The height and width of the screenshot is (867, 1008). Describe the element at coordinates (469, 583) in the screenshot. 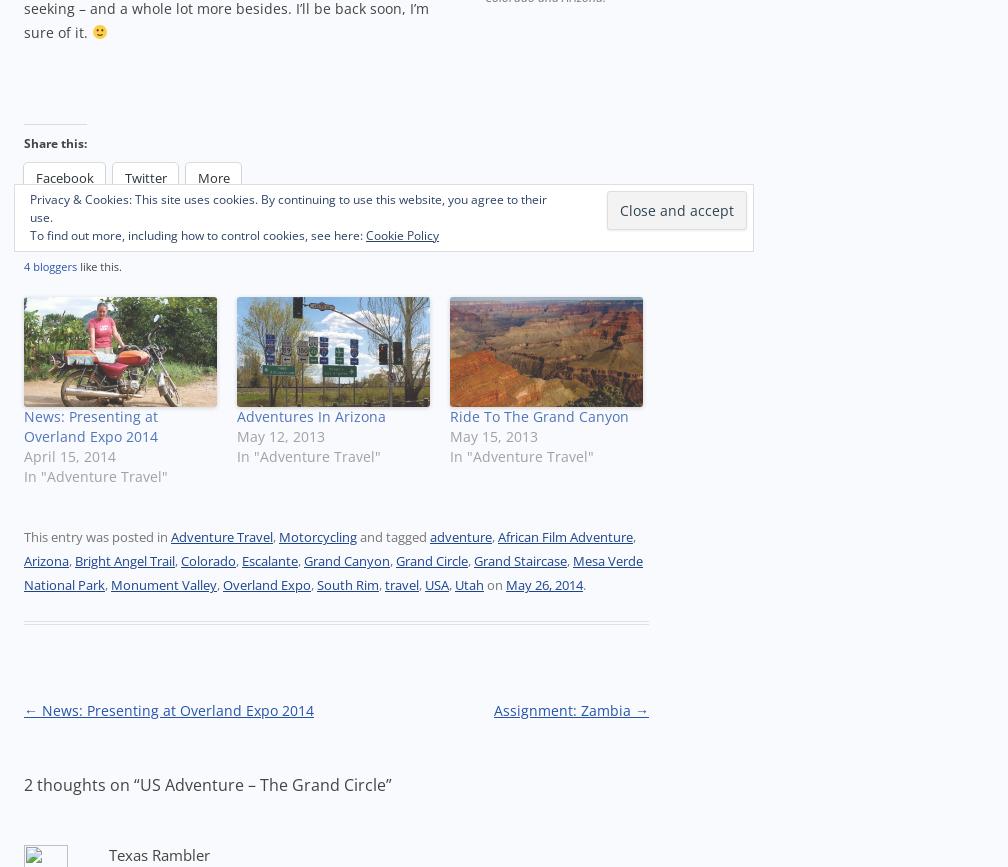

I see `'Utah'` at that location.